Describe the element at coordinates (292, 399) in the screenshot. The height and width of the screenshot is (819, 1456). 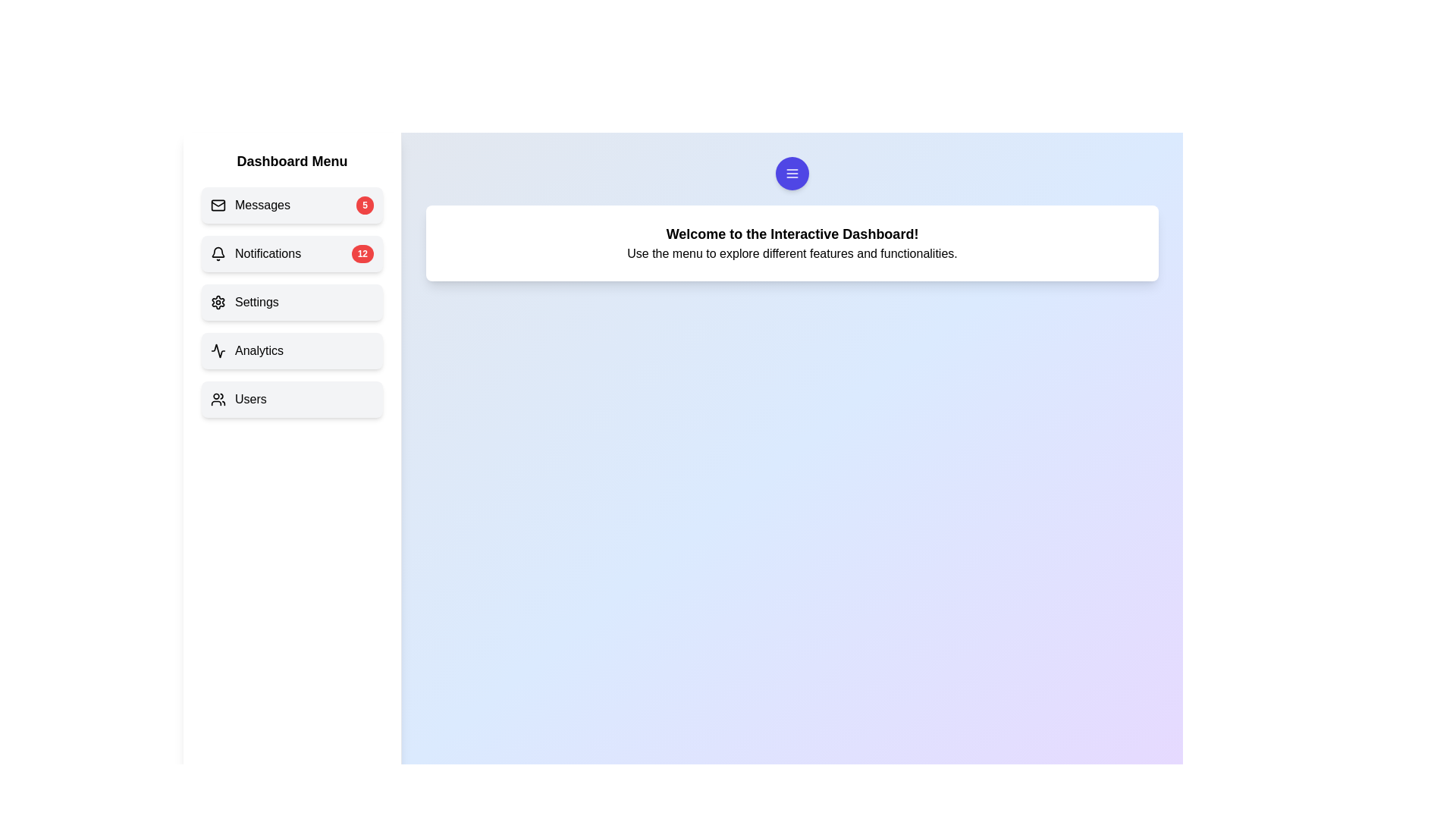
I see `the menu item Users` at that location.